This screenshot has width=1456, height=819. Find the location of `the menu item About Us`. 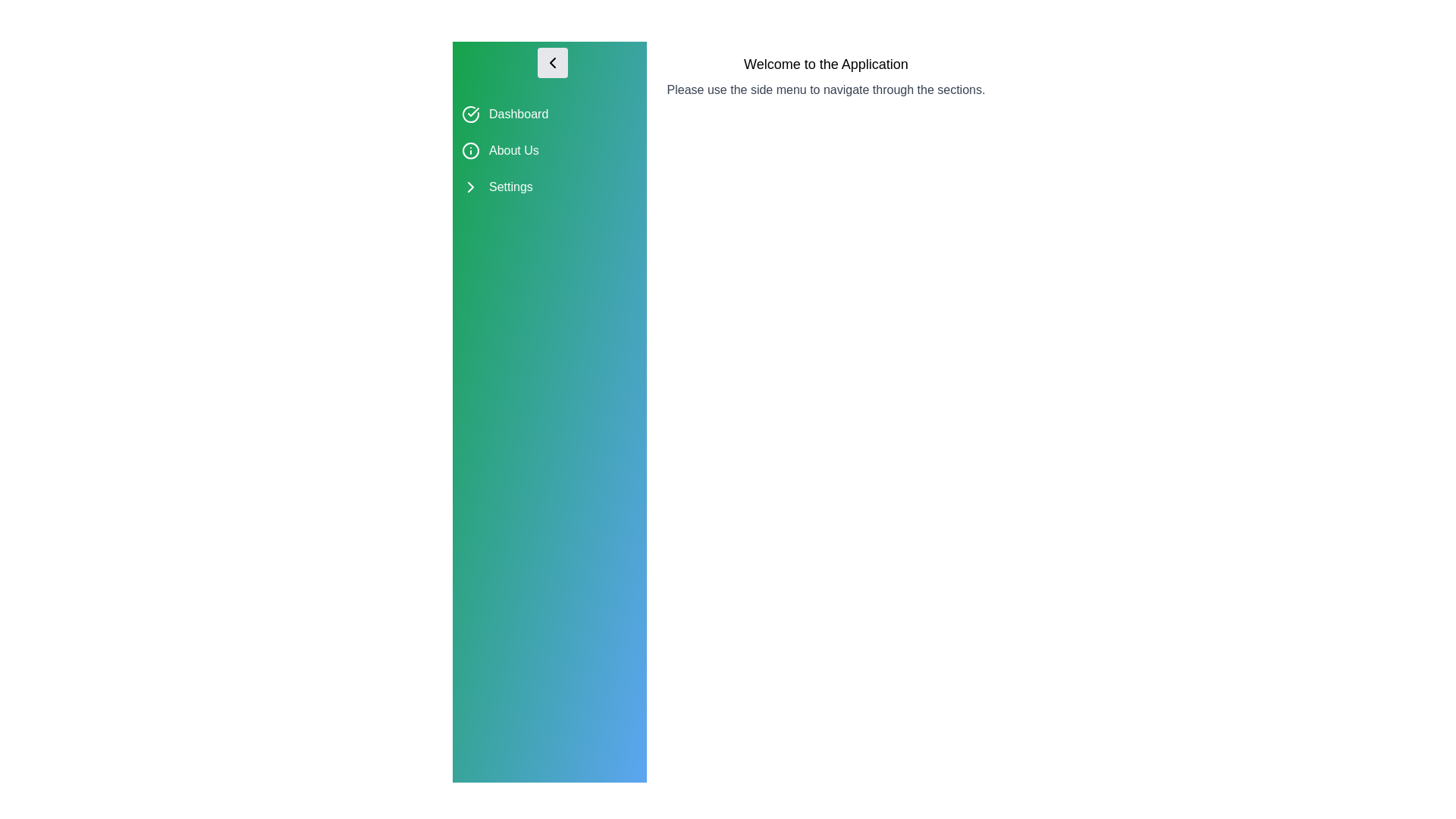

the menu item About Us is located at coordinates (548, 151).